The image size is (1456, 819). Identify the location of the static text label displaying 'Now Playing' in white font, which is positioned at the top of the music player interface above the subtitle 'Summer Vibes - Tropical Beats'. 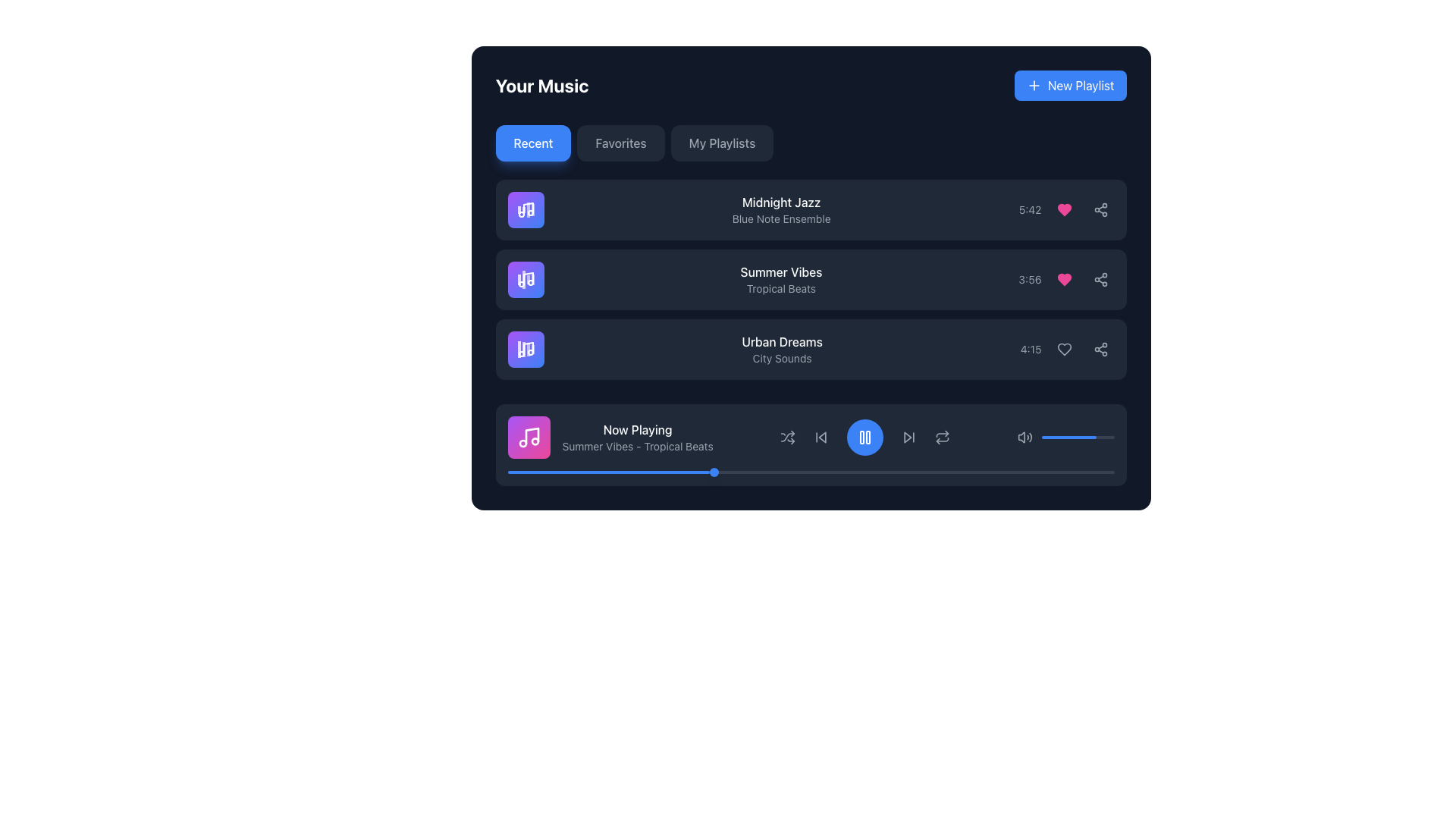
(638, 430).